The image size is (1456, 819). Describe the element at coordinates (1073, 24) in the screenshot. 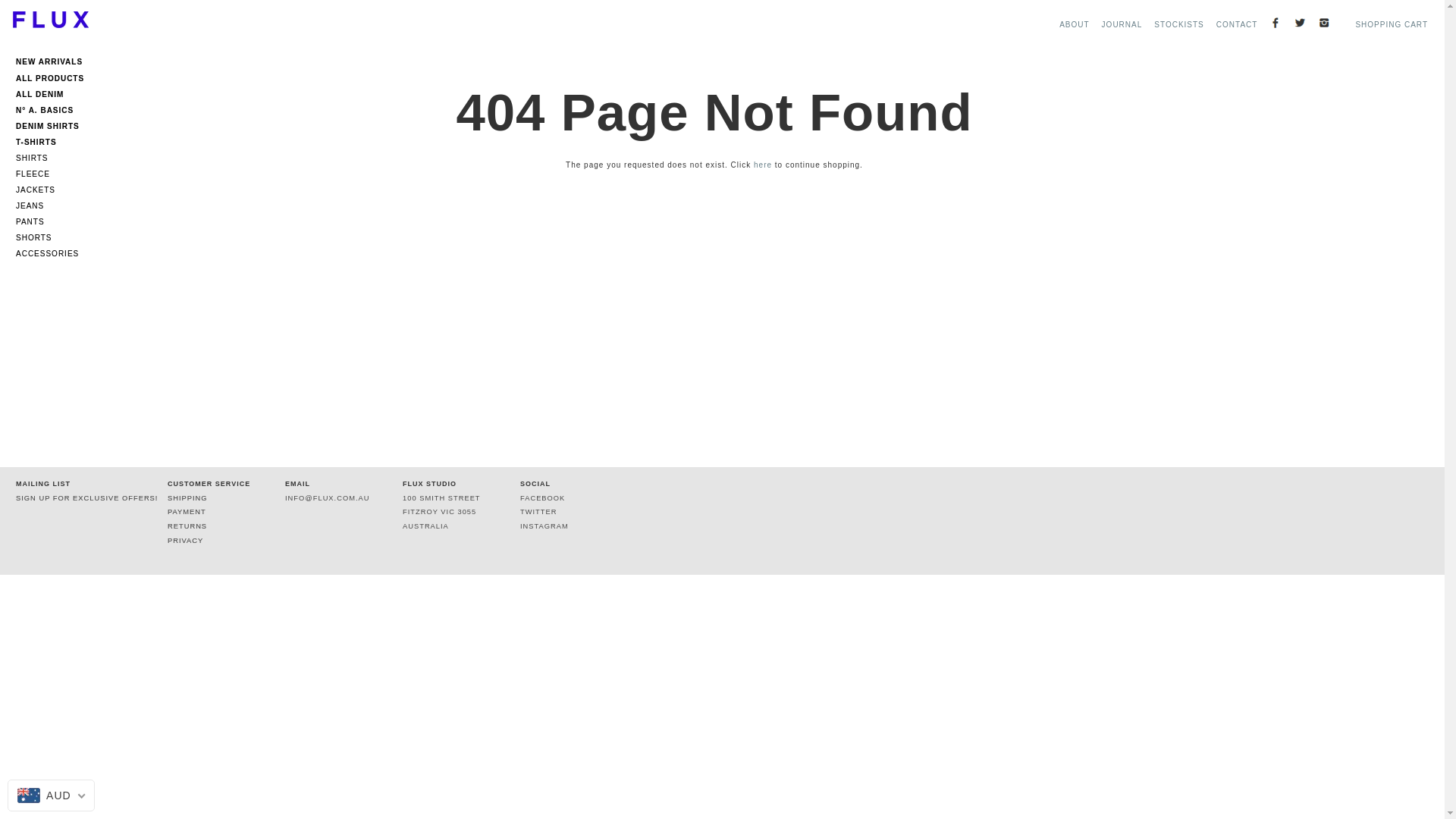

I see `'ABOUT'` at that location.